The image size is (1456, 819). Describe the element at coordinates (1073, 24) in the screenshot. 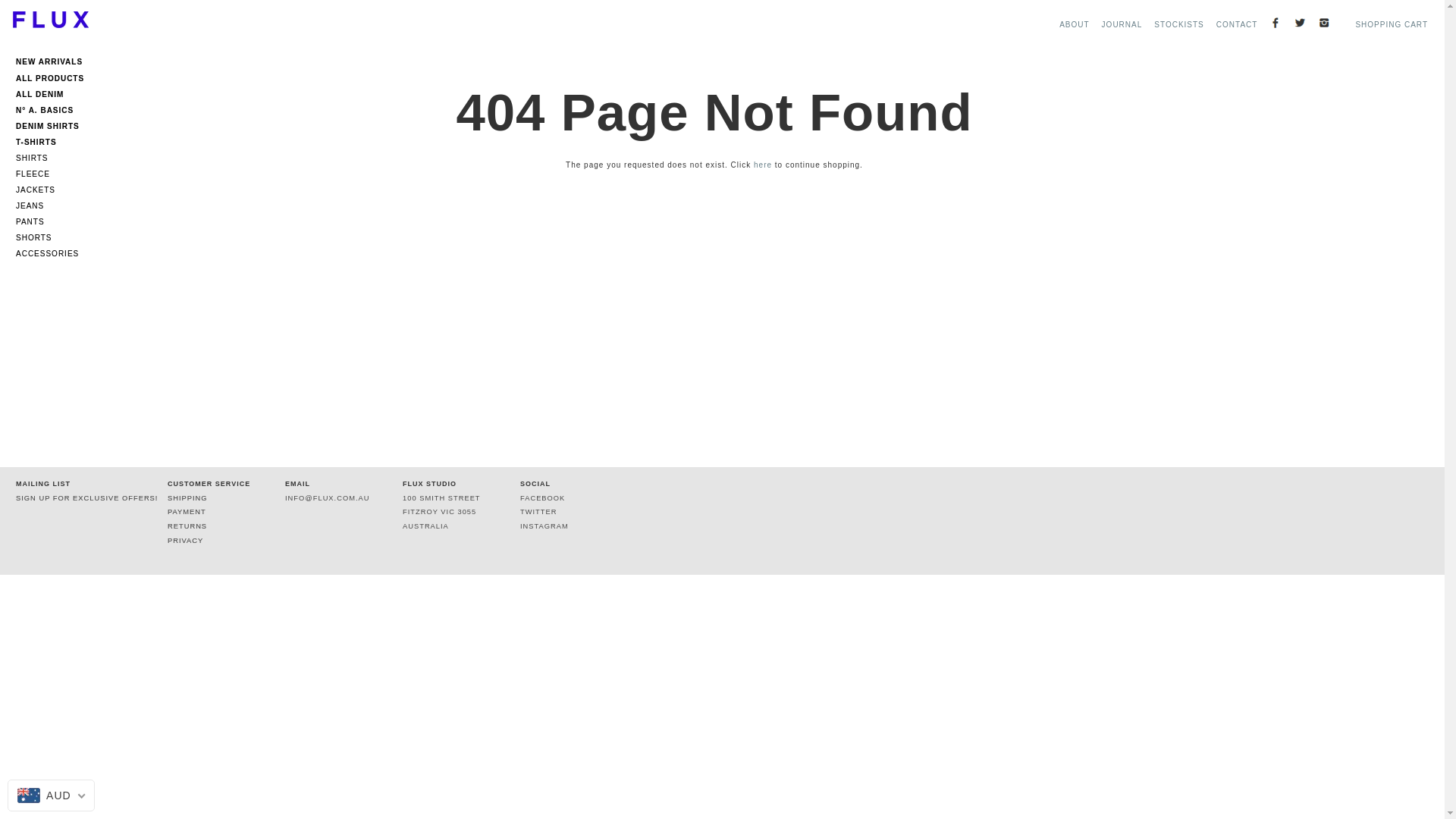

I see `'ABOUT'` at that location.